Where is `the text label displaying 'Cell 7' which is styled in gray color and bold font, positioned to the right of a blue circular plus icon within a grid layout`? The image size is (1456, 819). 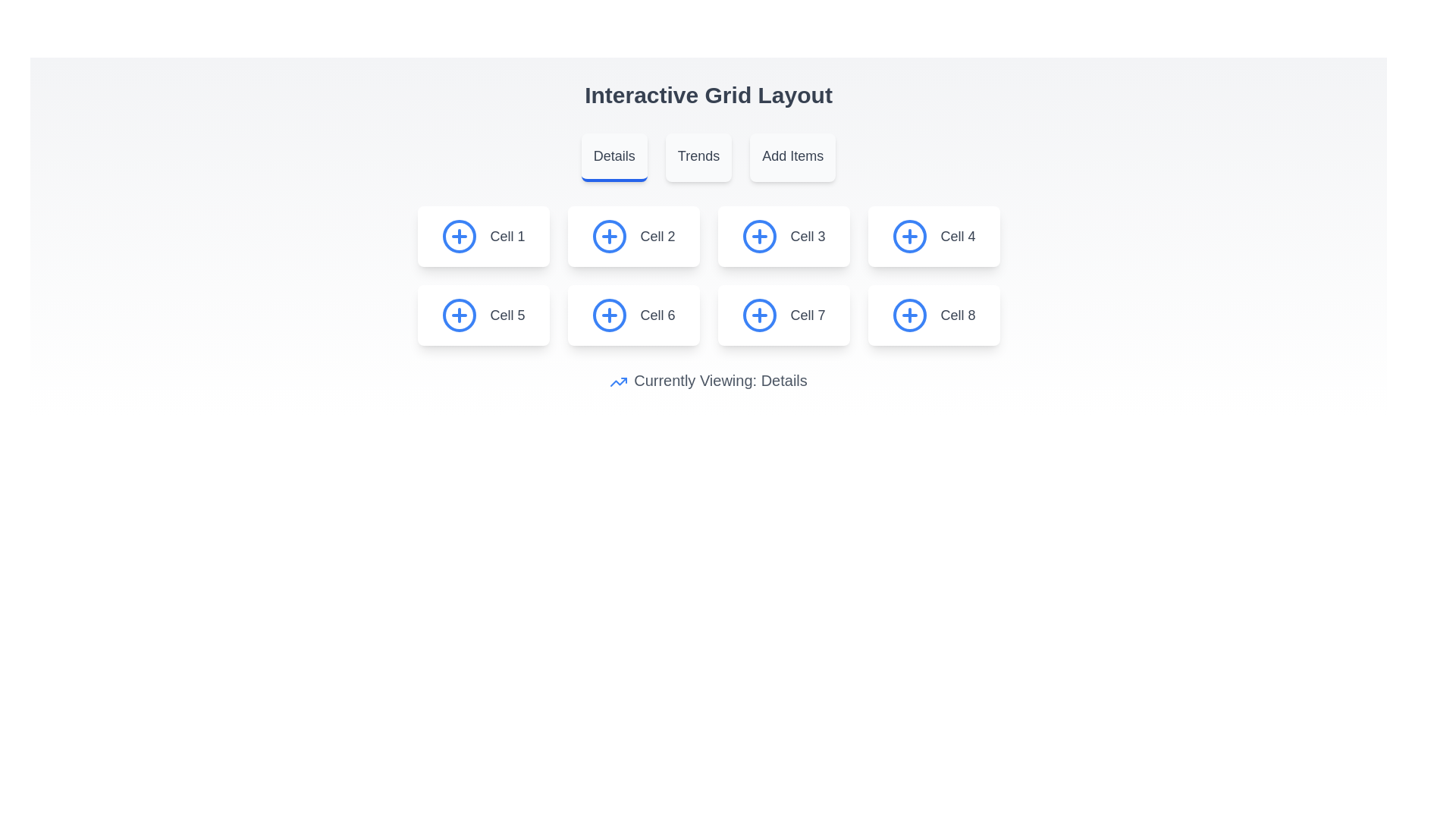 the text label displaying 'Cell 7' which is styled in gray color and bold font, positioned to the right of a blue circular plus icon within a grid layout is located at coordinates (807, 315).